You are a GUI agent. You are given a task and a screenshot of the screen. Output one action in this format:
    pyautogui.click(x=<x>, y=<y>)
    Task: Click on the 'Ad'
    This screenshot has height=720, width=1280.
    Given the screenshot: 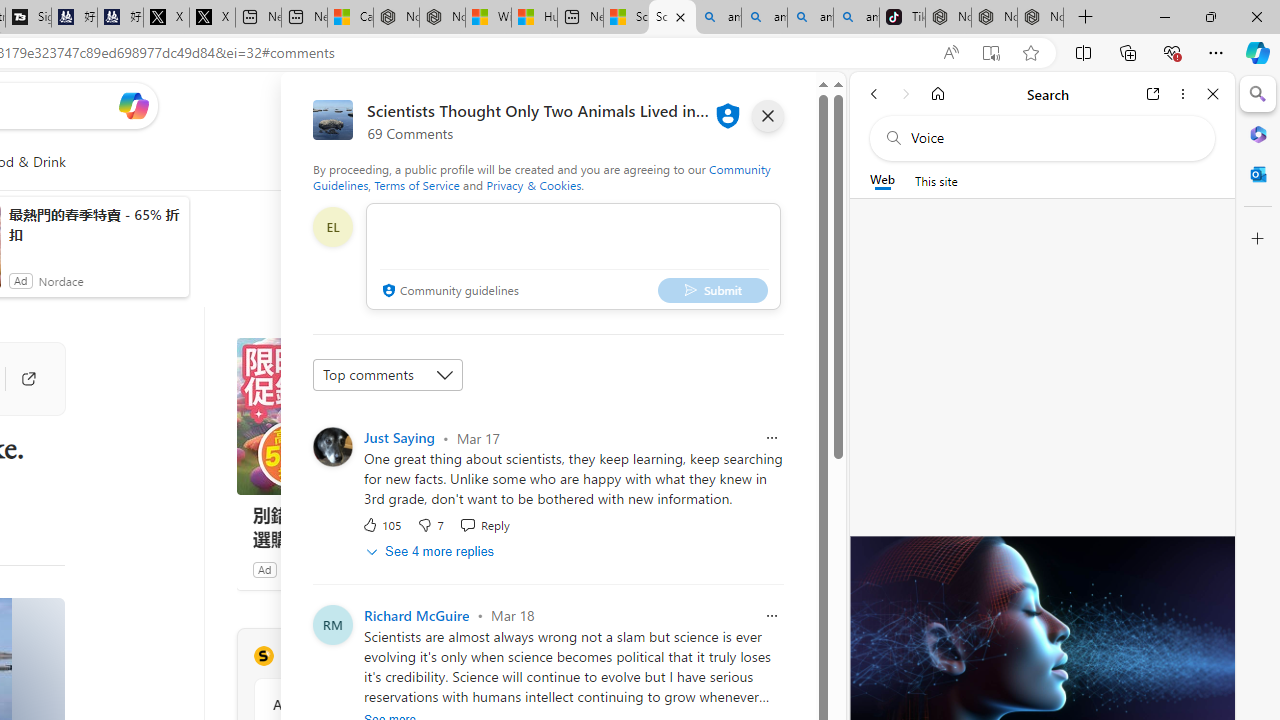 What is the action you would take?
    pyautogui.click(x=263, y=569)
    